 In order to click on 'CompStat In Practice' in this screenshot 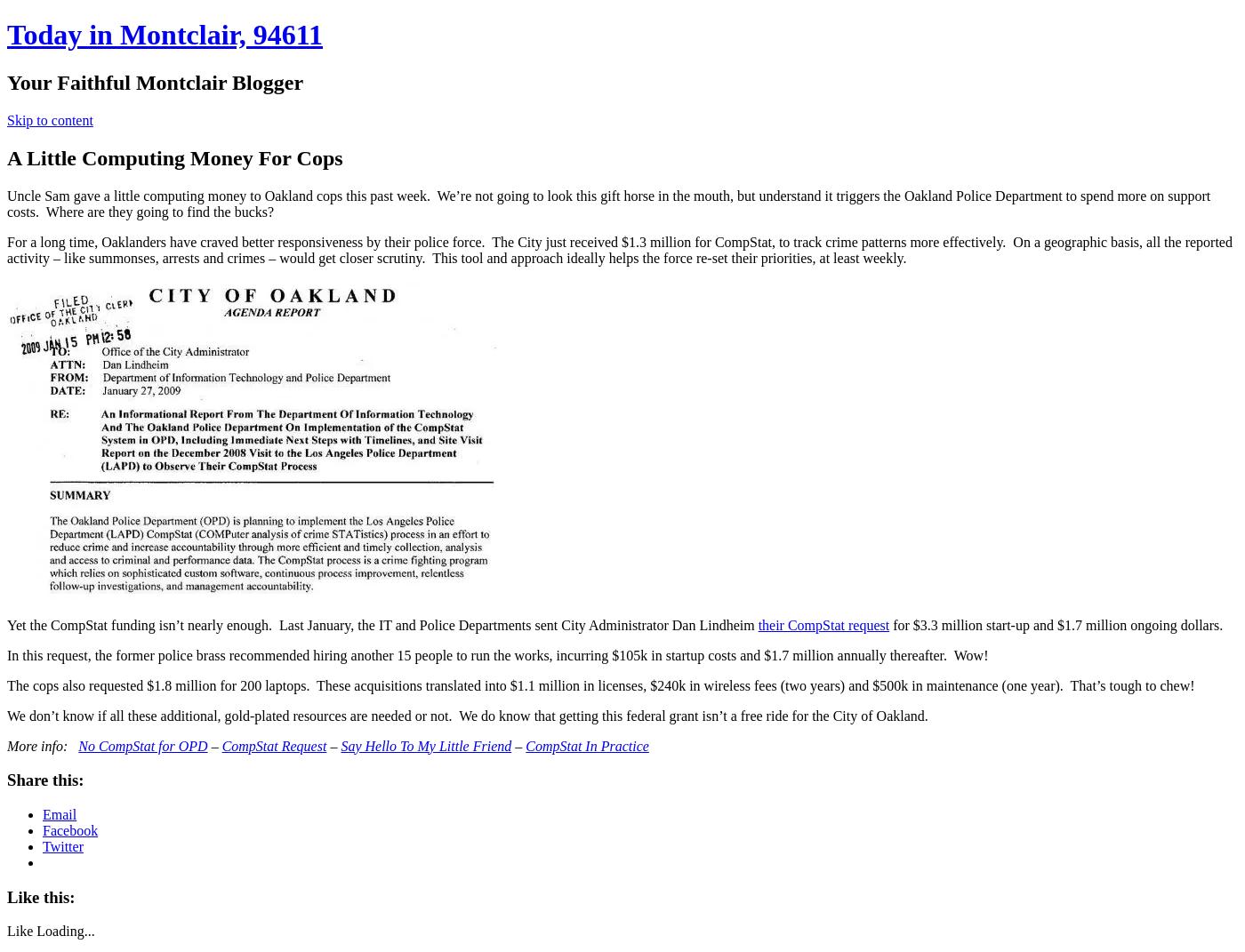, I will do `click(525, 744)`.